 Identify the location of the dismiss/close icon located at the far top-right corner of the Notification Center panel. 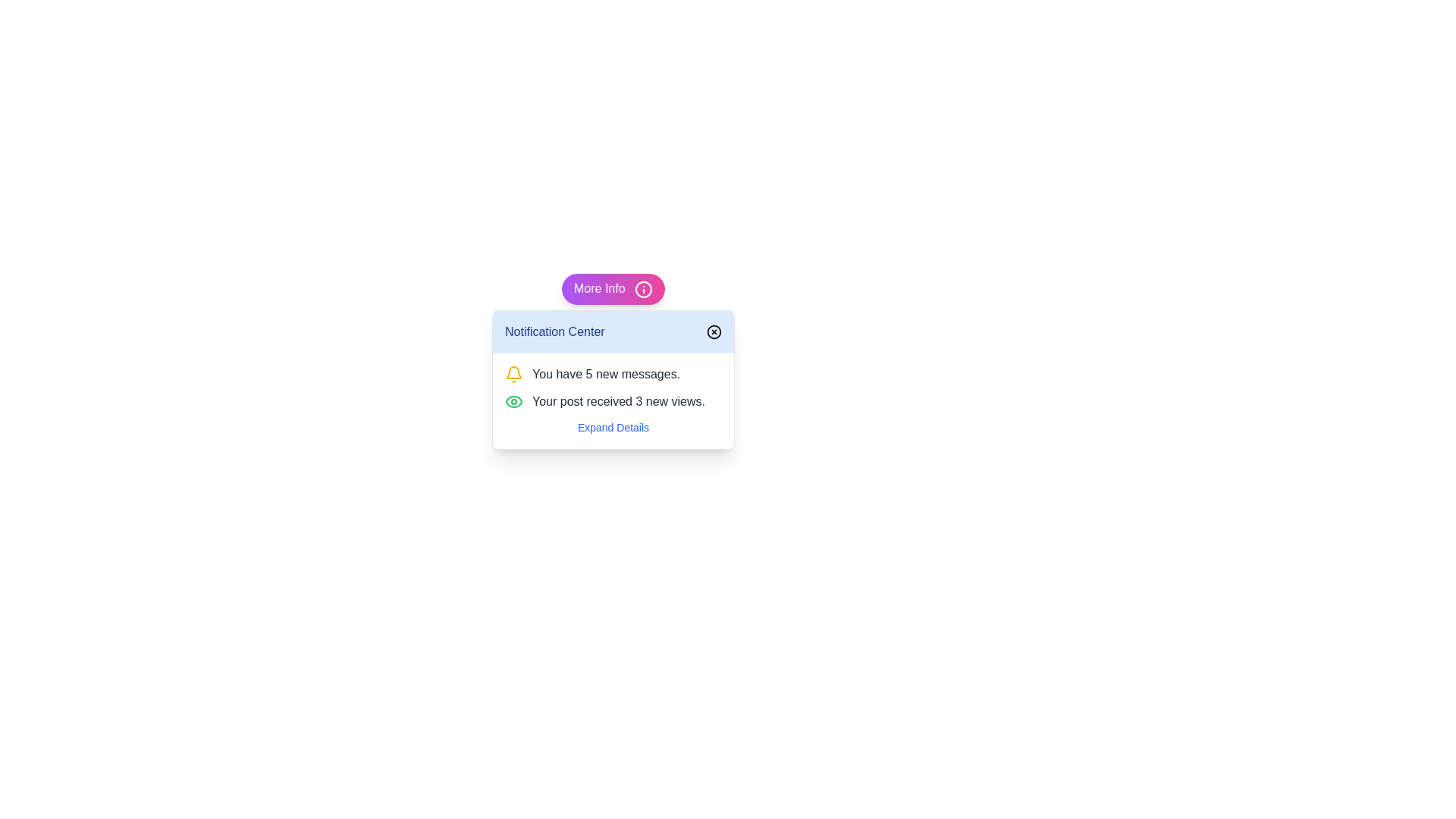
(713, 331).